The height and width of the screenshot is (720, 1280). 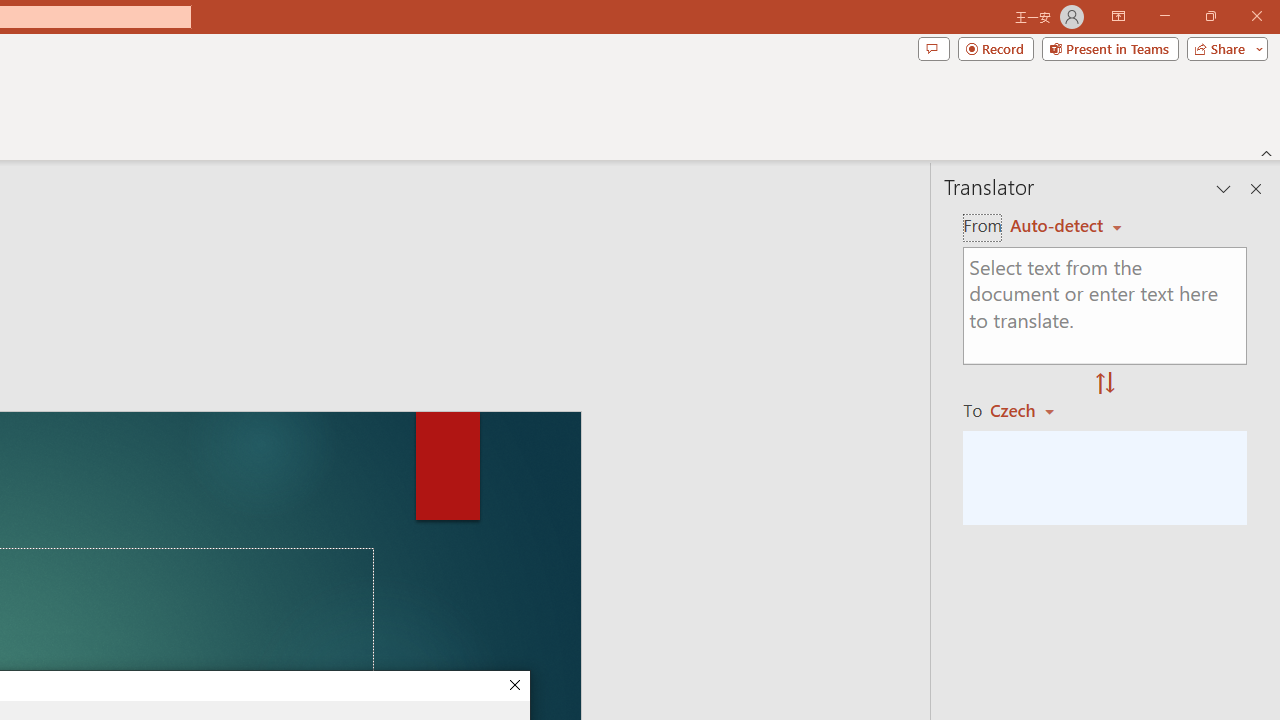 I want to click on 'Auto-detect', so click(x=1065, y=225).